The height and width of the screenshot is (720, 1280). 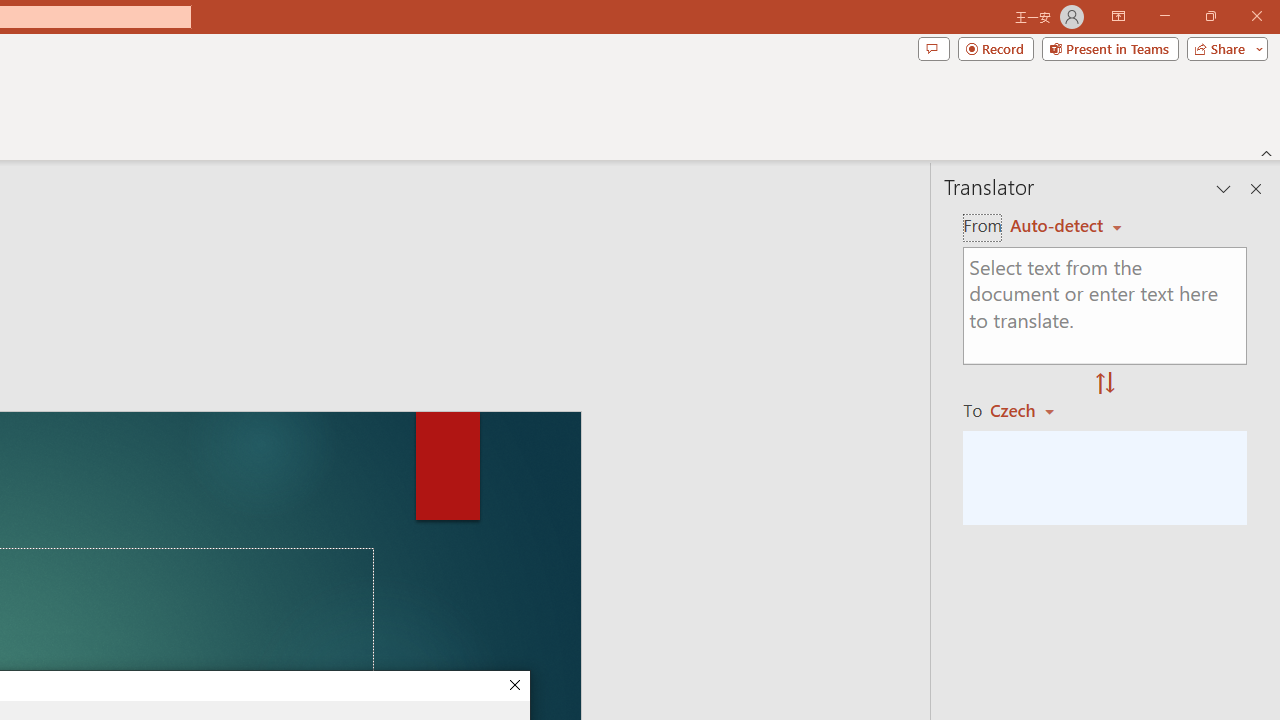 I want to click on 'Auto-detect', so click(x=1065, y=225).